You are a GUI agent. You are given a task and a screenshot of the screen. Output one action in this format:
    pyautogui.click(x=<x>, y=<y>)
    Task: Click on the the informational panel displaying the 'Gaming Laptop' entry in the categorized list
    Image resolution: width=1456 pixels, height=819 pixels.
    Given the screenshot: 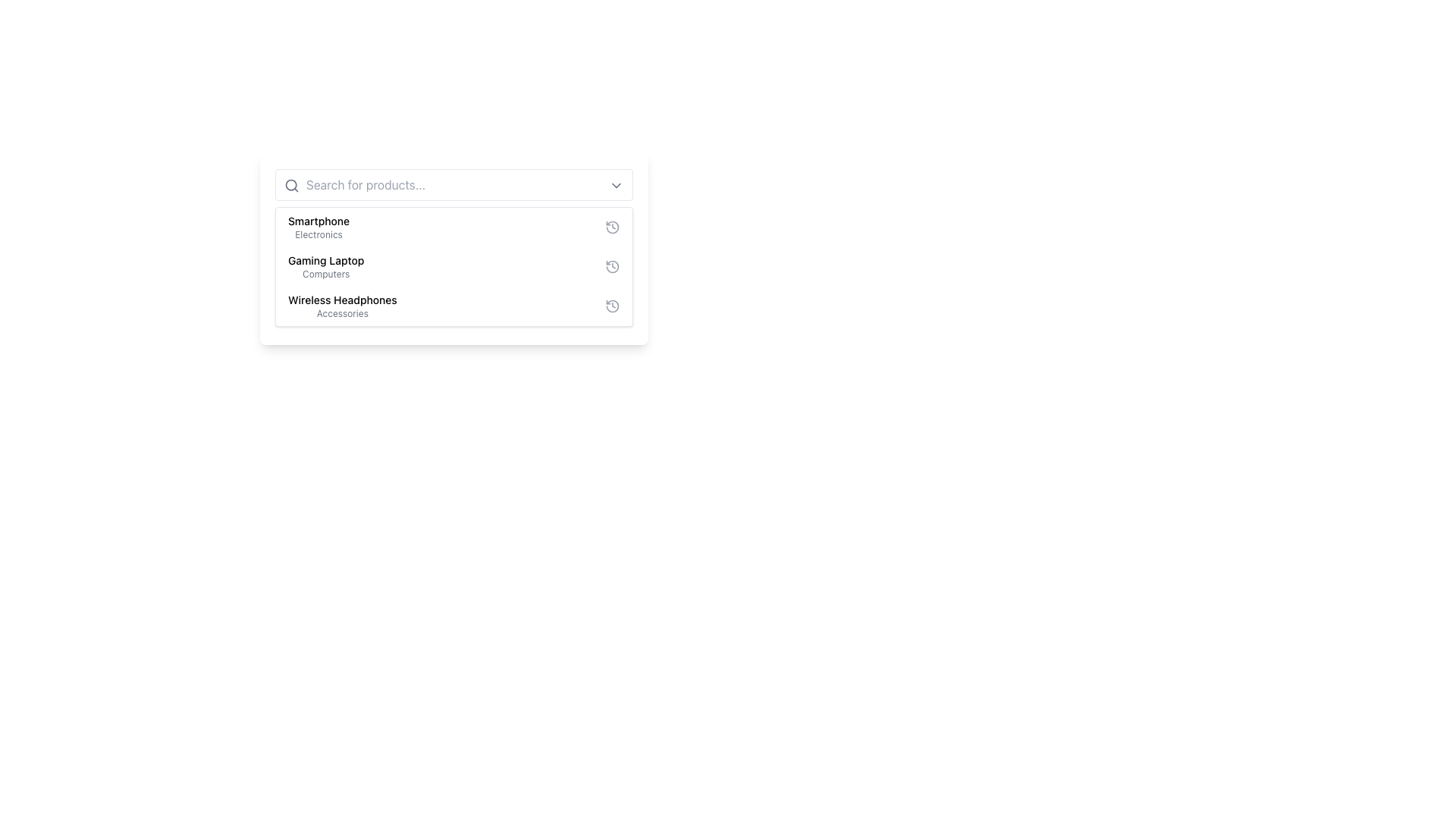 What is the action you would take?
    pyautogui.click(x=453, y=265)
    